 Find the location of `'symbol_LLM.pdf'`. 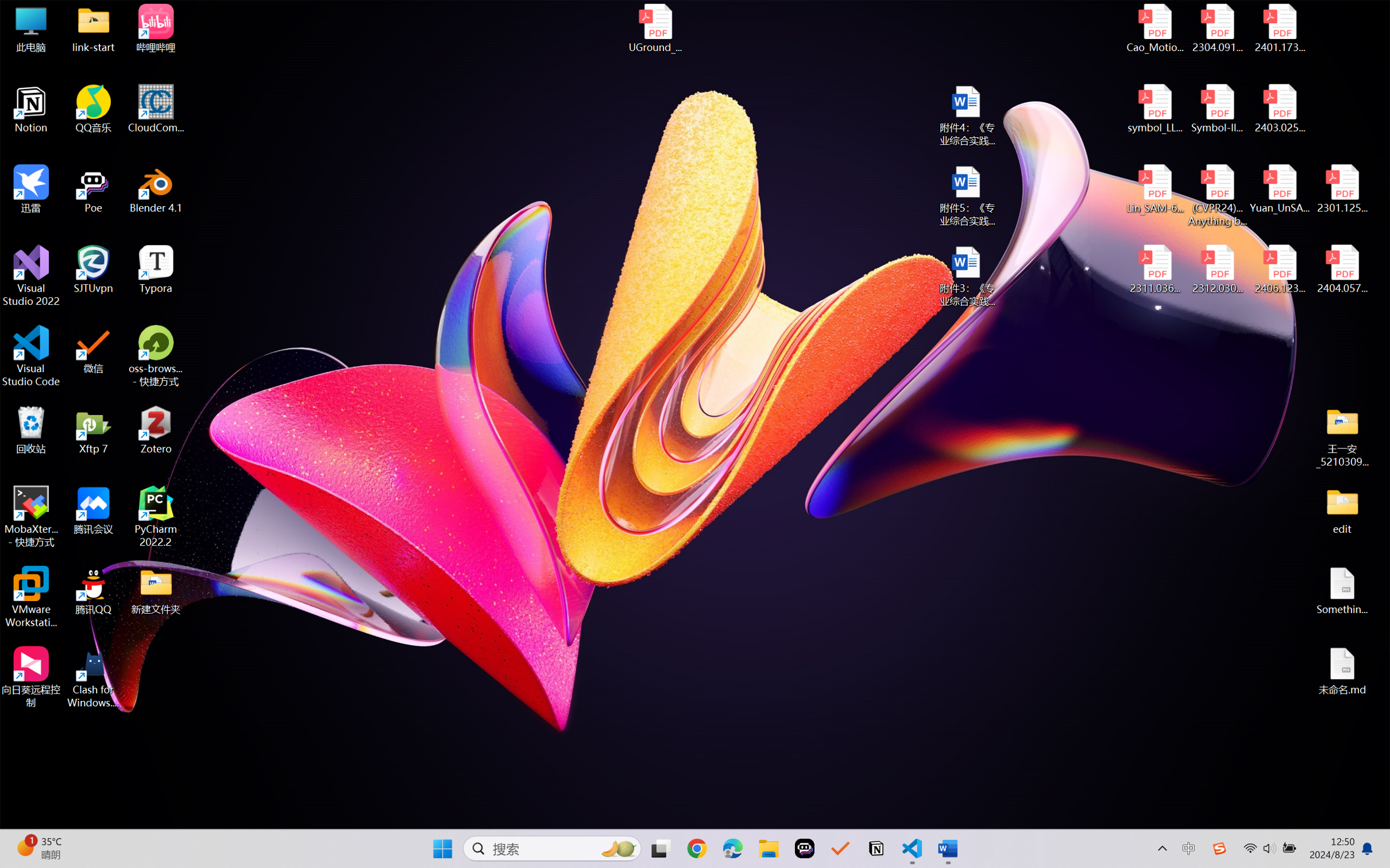

'symbol_LLM.pdf' is located at coordinates (1155, 109).